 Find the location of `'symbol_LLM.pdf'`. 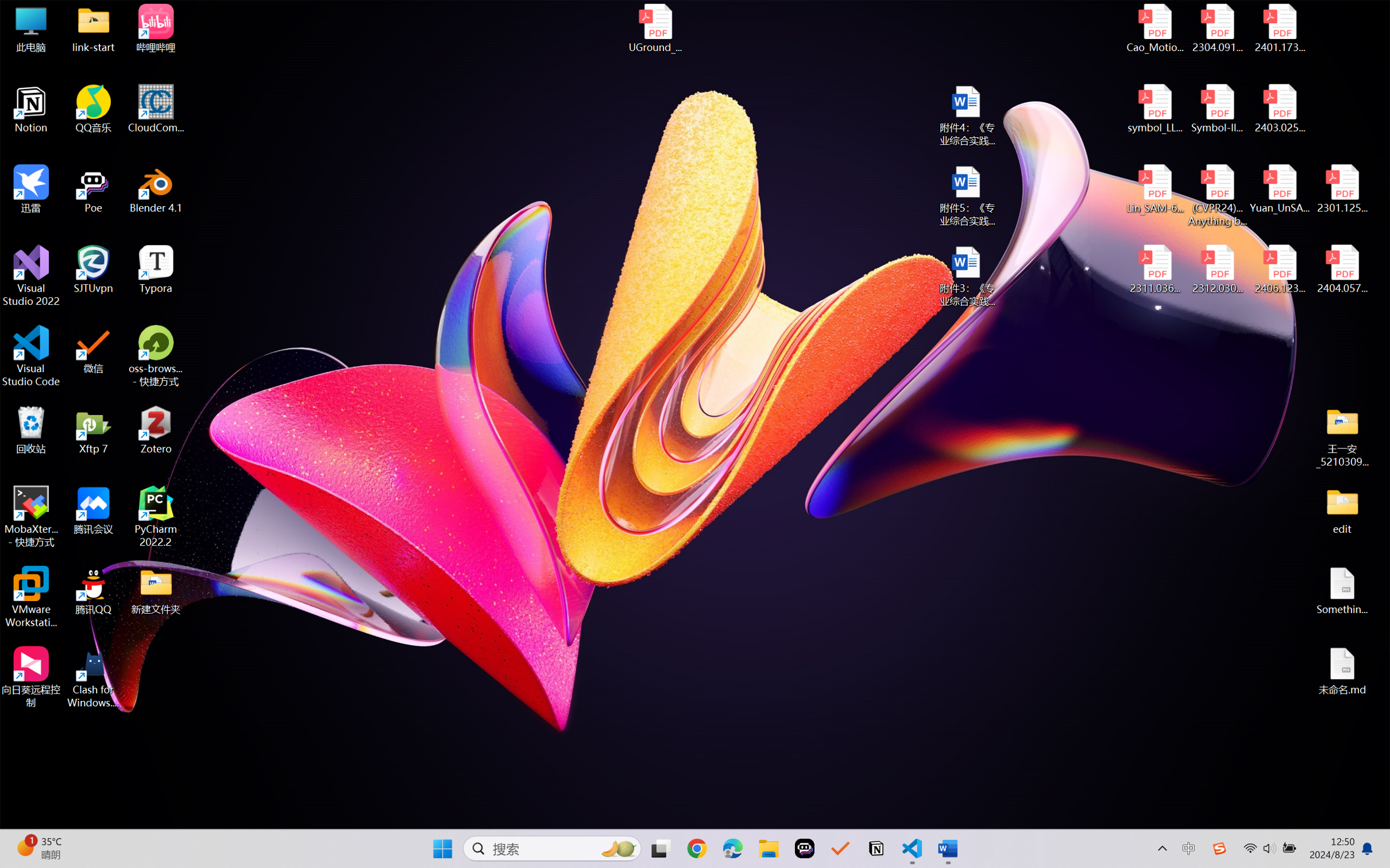

'symbol_LLM.pdf' is located at coordinates (1155, 109).